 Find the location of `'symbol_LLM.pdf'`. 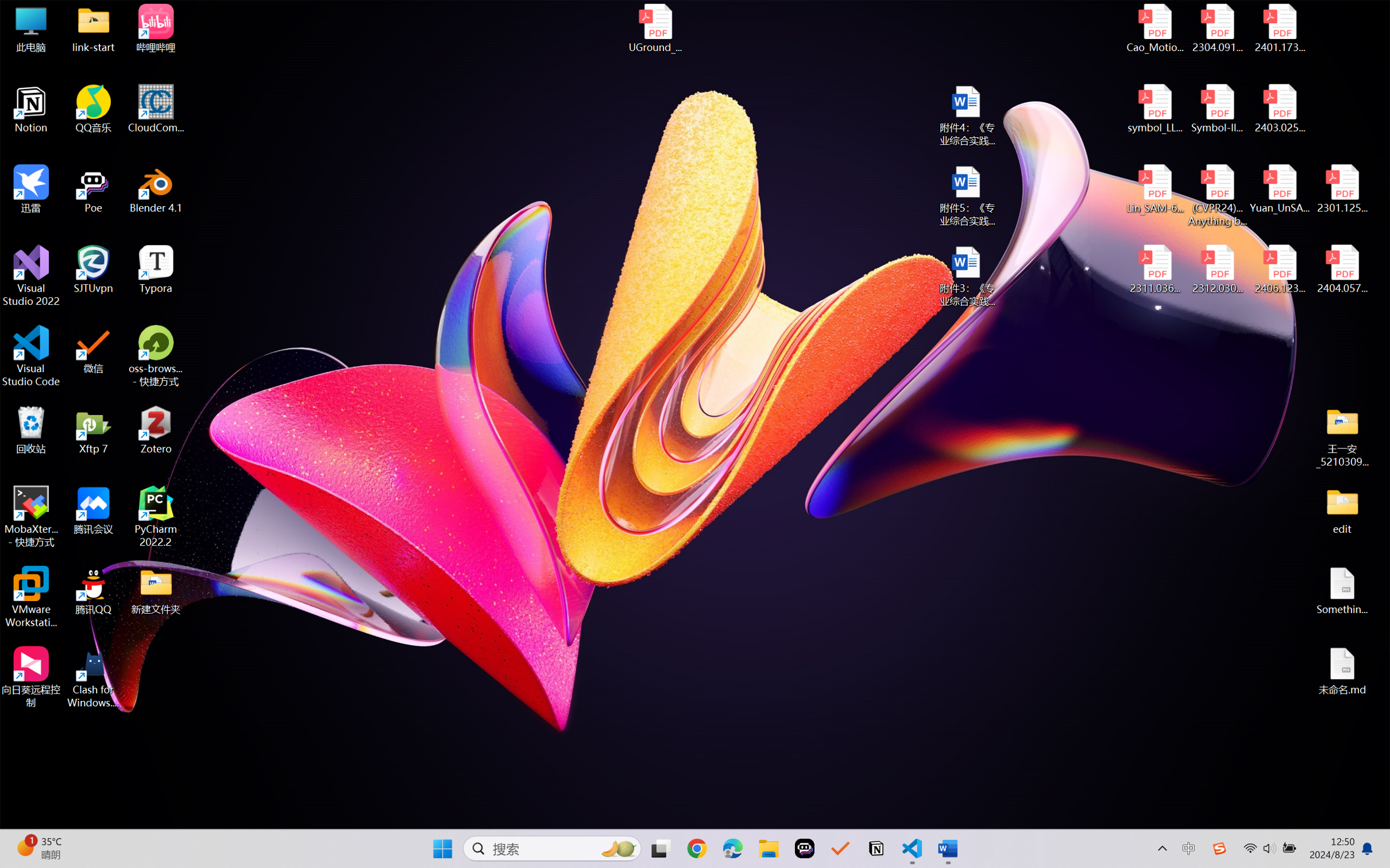

'symbol_LLM.pdf' is located at coordinates (1155, 109).